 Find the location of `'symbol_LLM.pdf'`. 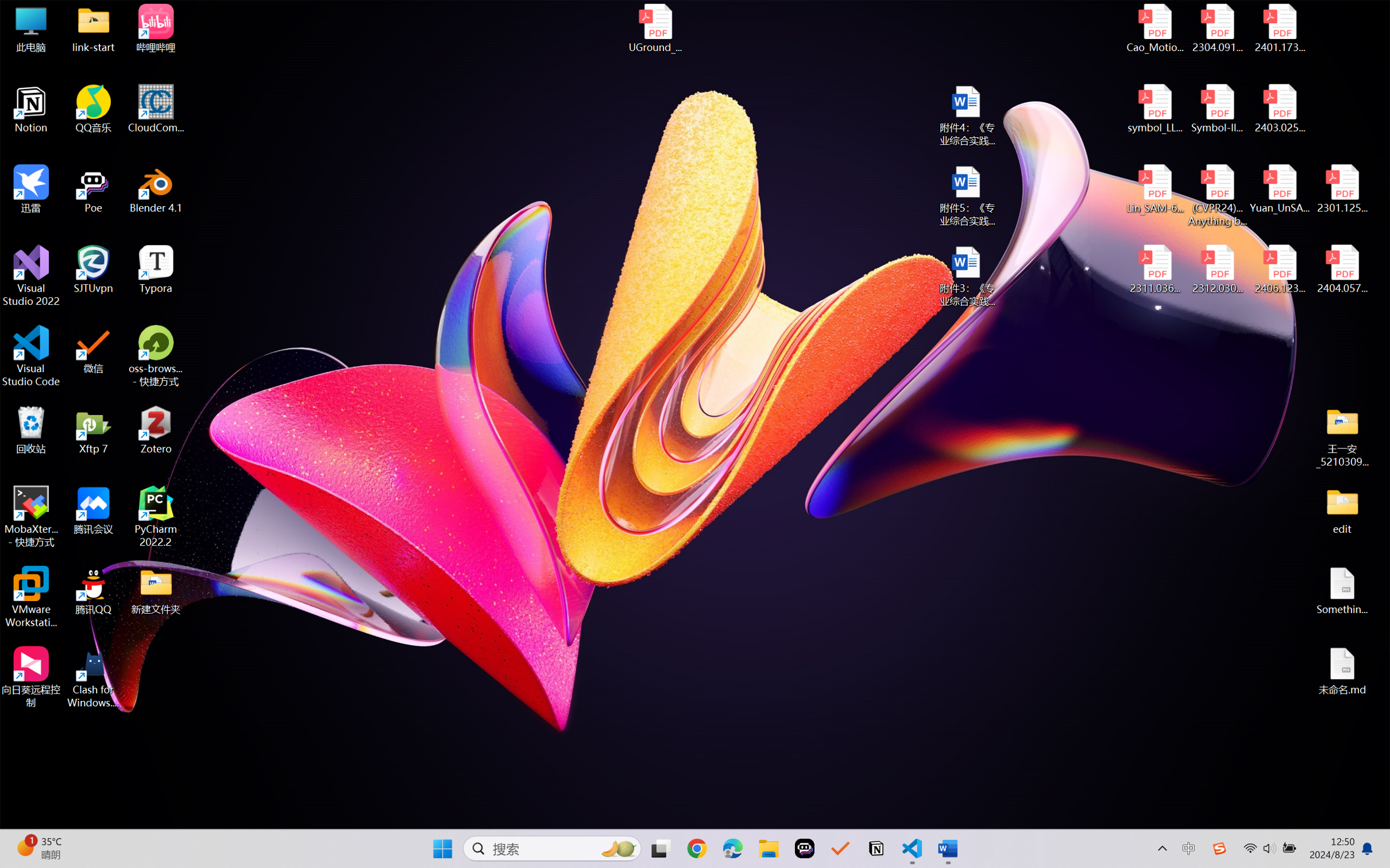

'symbol_LLM.pdf' is located at coordinates (1155, 109).